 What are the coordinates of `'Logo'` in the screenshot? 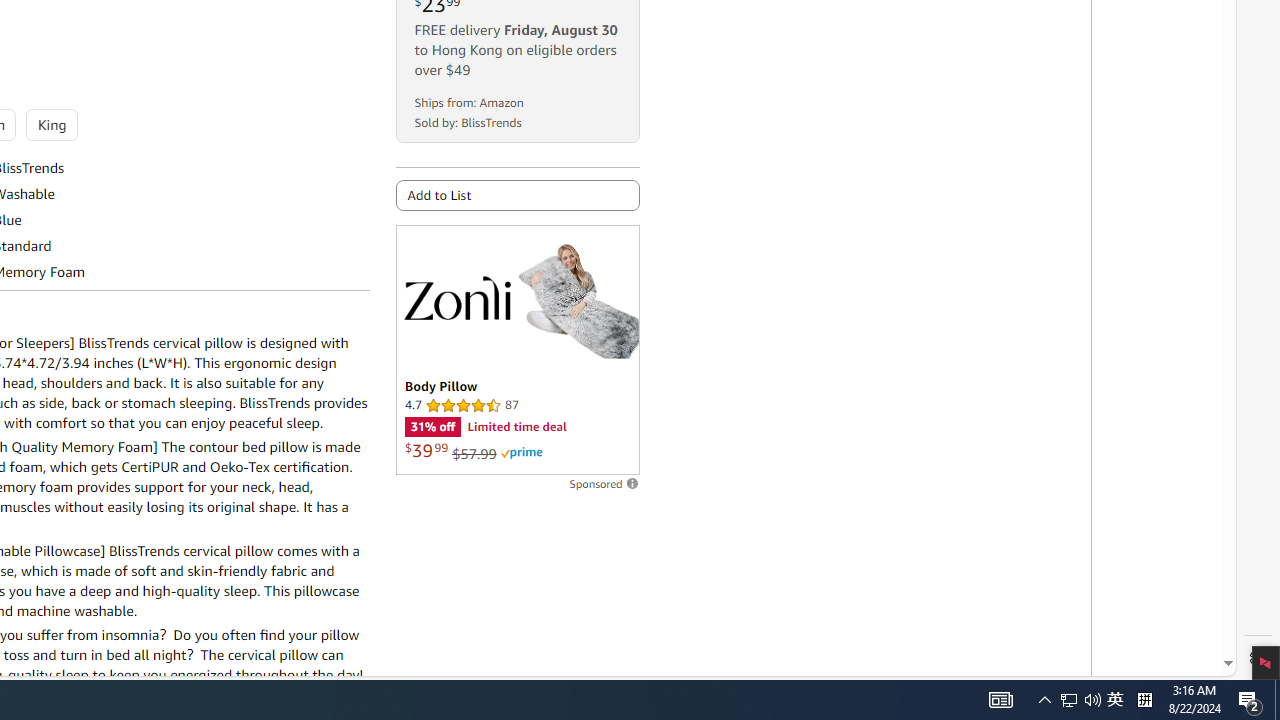 It's located at (455, 297).